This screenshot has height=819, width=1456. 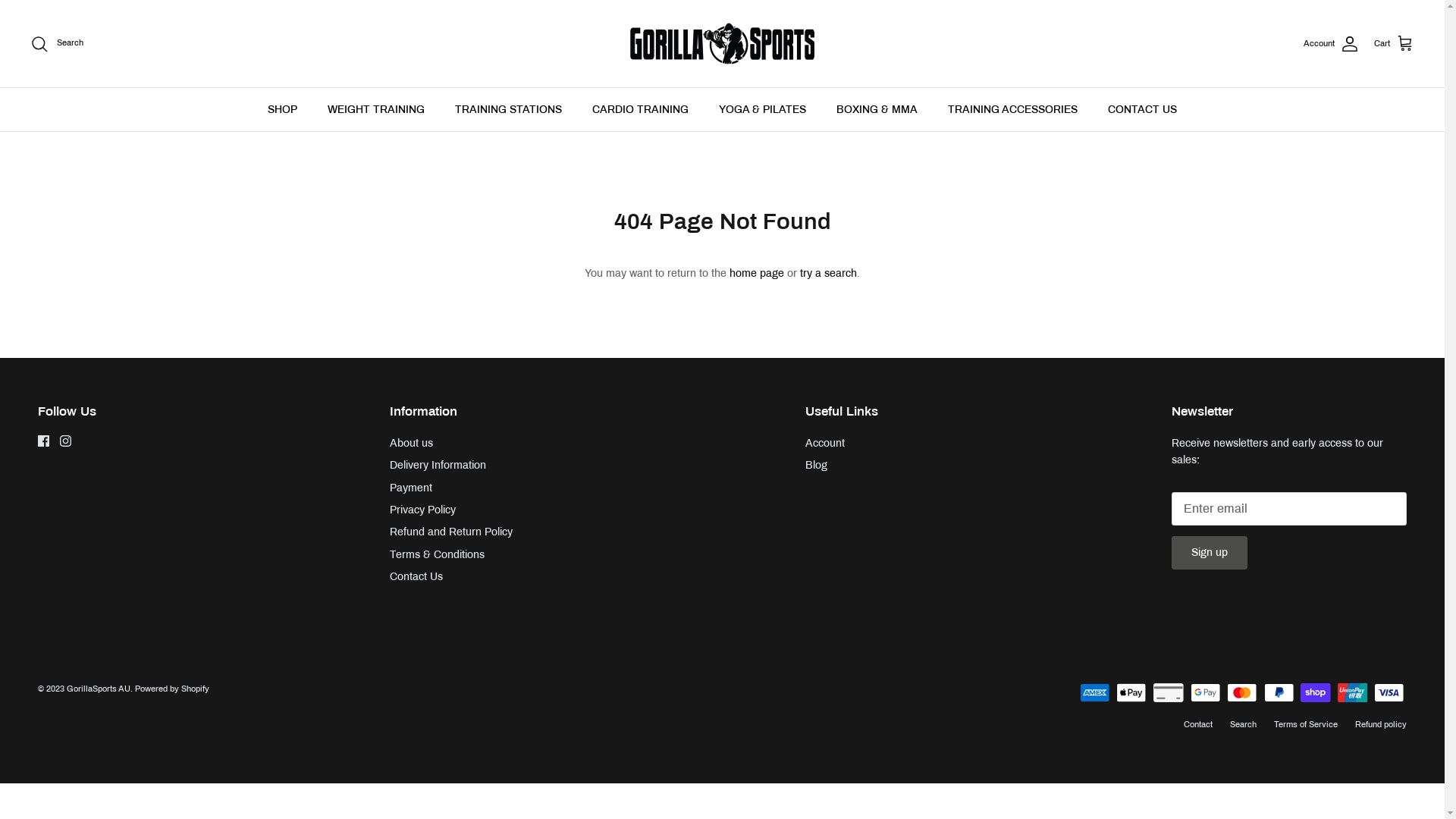 I want to click on 'Cart', so click(x=1394, y=42).